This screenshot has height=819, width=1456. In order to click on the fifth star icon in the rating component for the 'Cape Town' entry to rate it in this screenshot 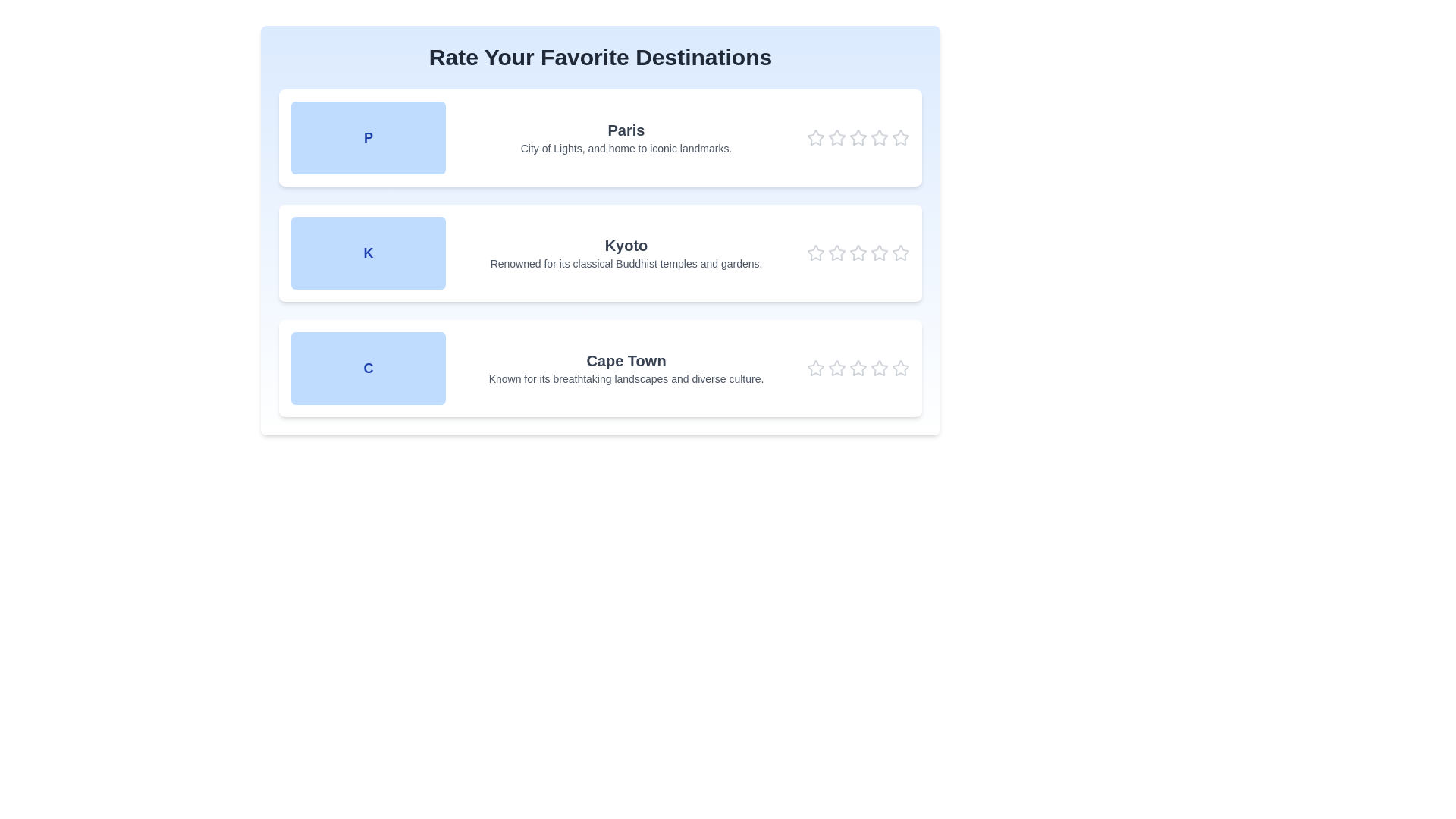, I will do `click(836, 368)`.